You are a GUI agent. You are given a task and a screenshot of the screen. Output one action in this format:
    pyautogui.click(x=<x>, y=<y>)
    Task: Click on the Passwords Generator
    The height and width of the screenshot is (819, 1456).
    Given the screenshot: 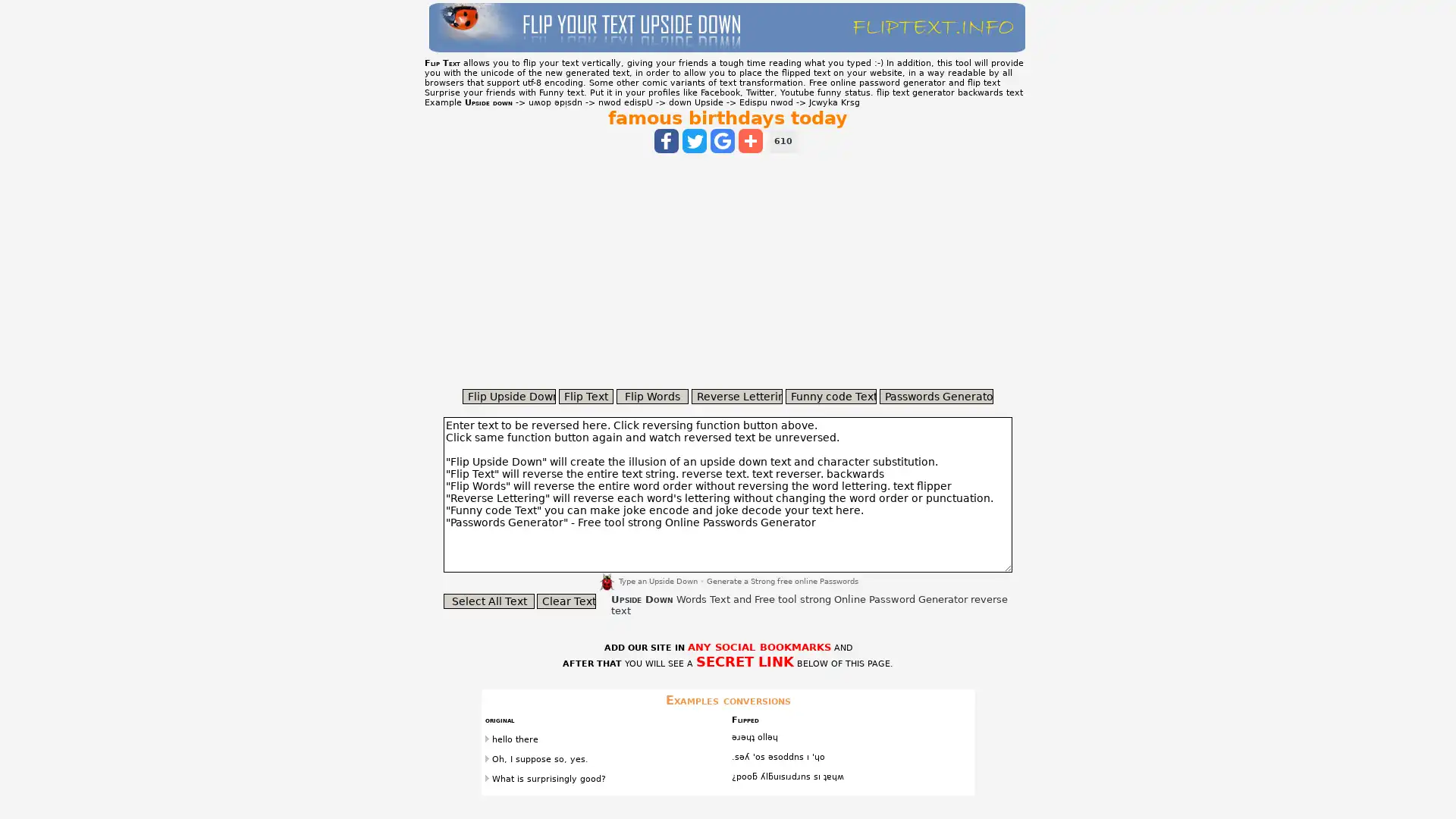 What is the action you would take?
    pyautogui.click(x=935, y=396)
    